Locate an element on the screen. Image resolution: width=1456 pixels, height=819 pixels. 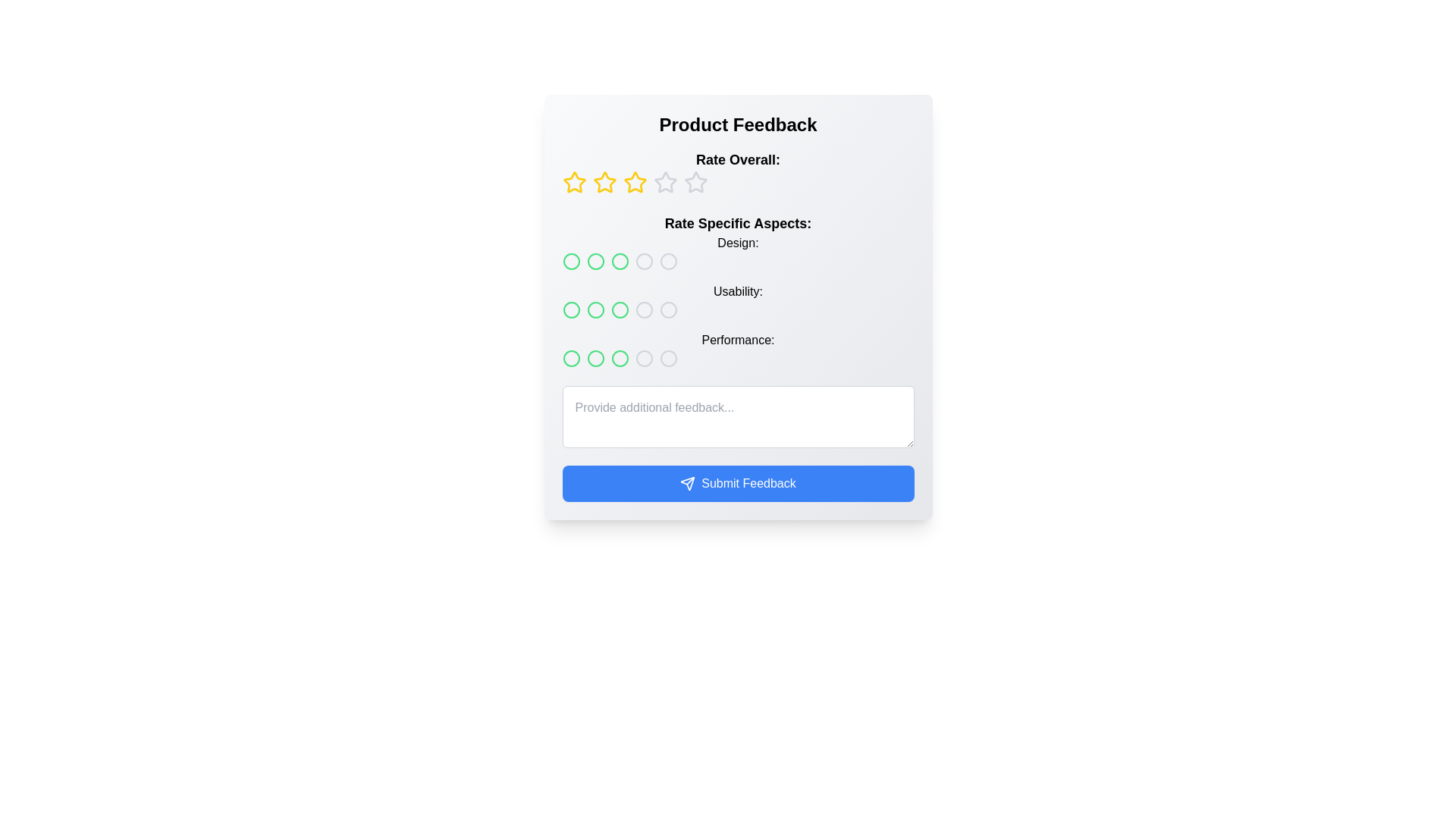
the fourth circle button in the horizontal rating row for the 'Usability' attribute is located at coordinates (667, 309).